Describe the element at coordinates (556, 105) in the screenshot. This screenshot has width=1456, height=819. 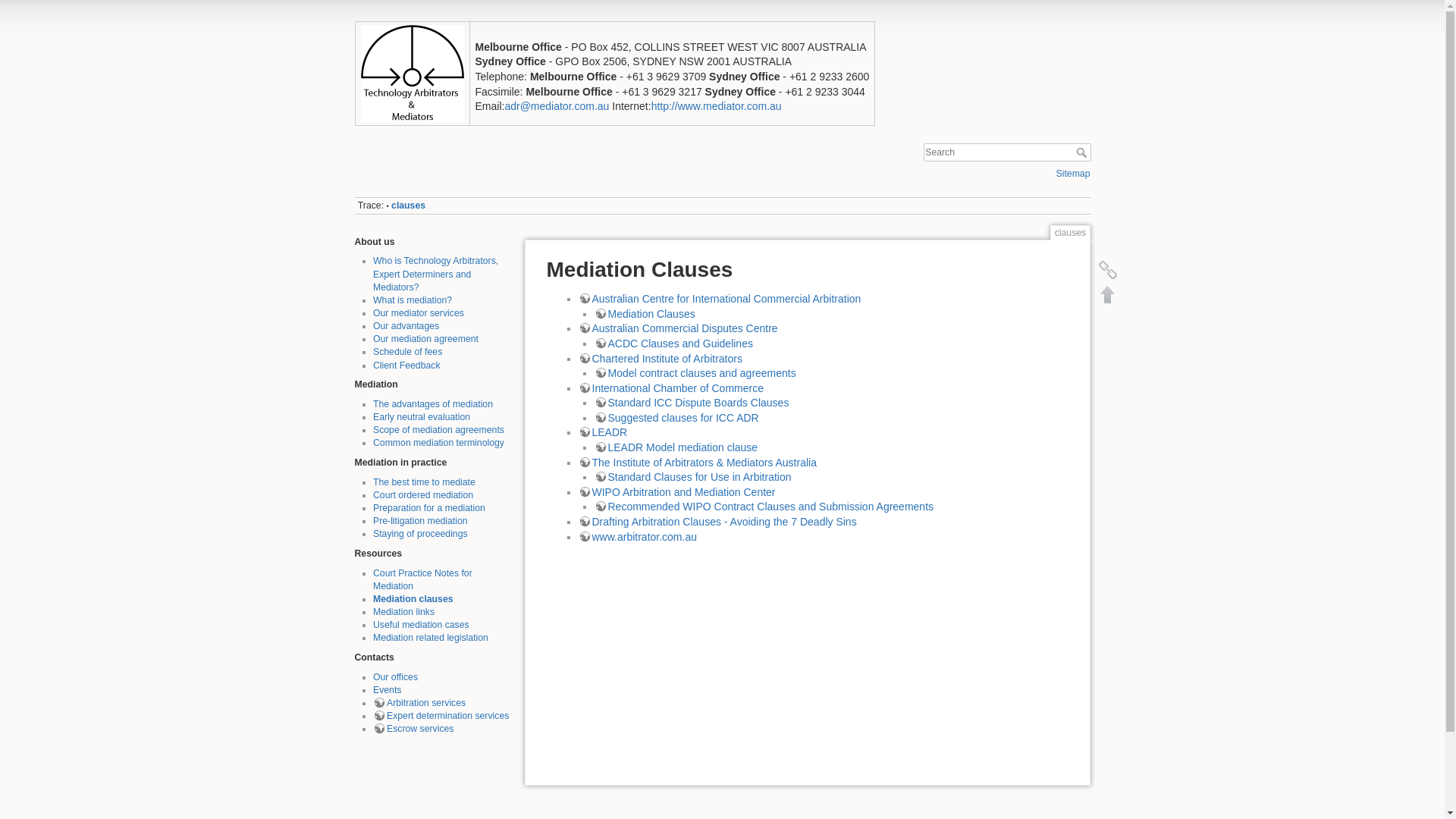
I see `'adr@mediator.com.au'` at that location.